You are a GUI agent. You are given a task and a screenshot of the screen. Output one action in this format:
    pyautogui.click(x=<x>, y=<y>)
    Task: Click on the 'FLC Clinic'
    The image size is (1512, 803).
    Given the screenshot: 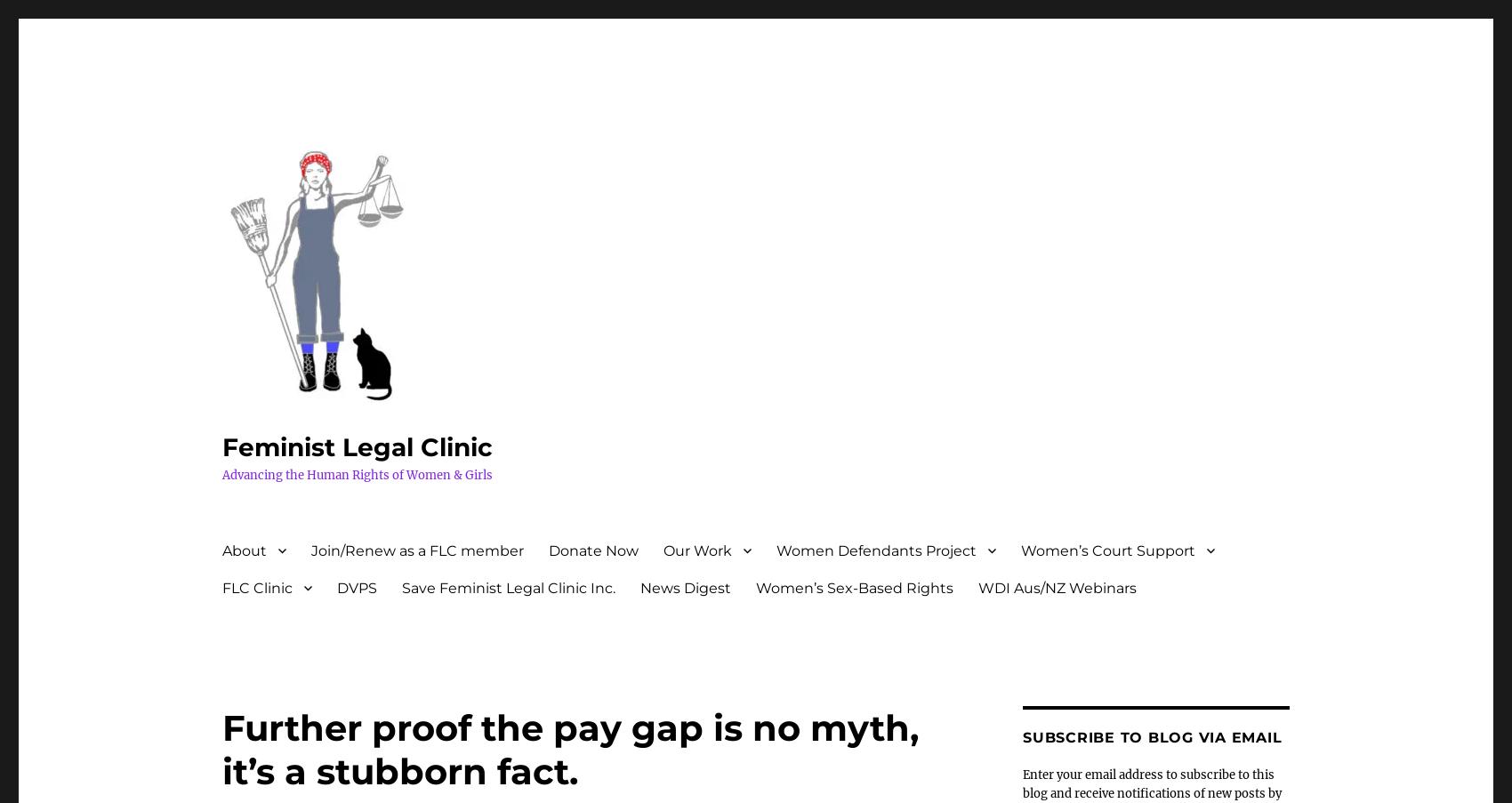 What is the action you would take?
    pyautogui.click(x=257, y=586)
    